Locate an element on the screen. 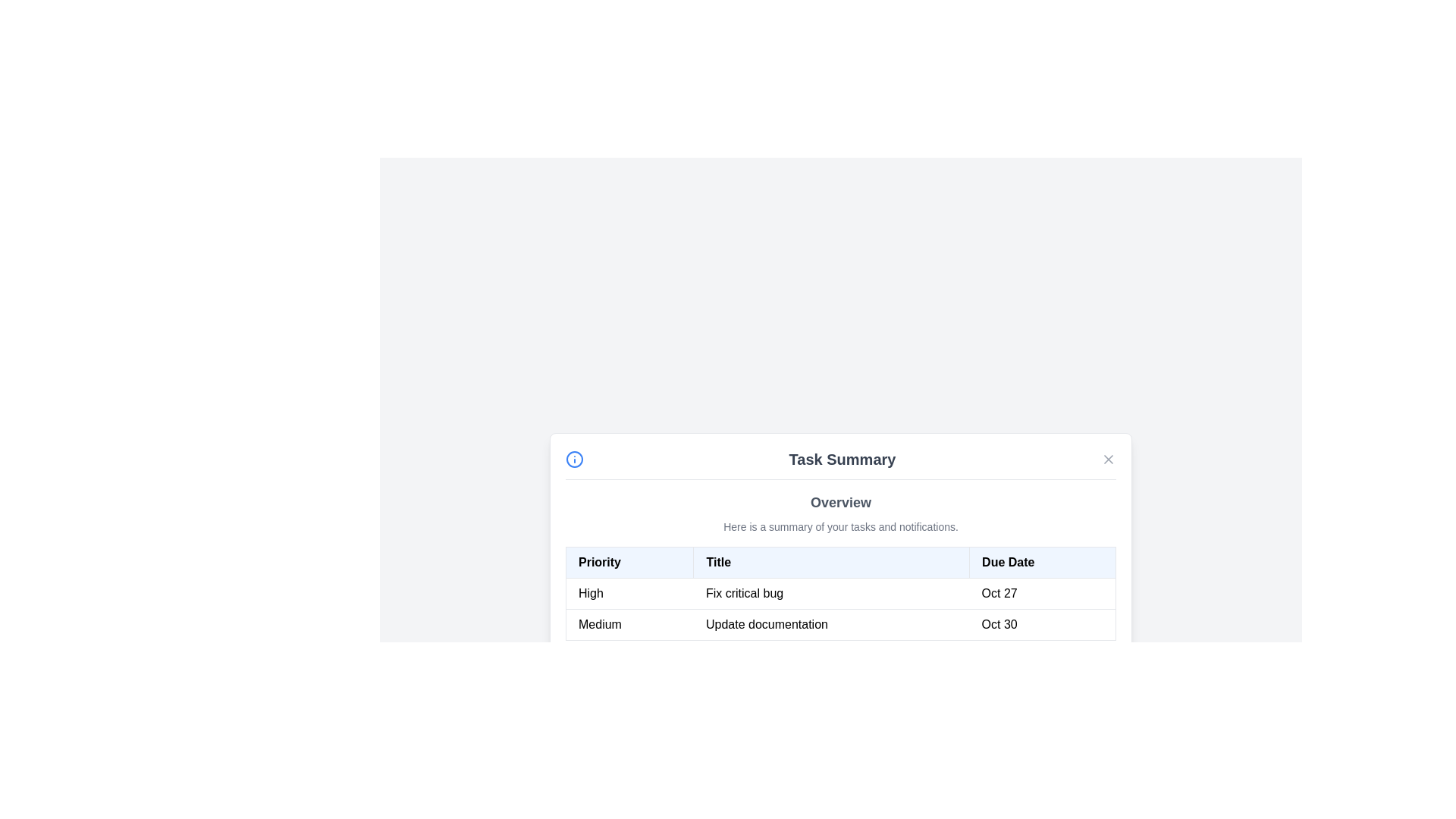 The width and height of the screenshot is (1456, 819). the informational icon located to the far left of the 'Task Summary' section, adjacent to the text 'Task Summary' is located at coordinates (574, 458).